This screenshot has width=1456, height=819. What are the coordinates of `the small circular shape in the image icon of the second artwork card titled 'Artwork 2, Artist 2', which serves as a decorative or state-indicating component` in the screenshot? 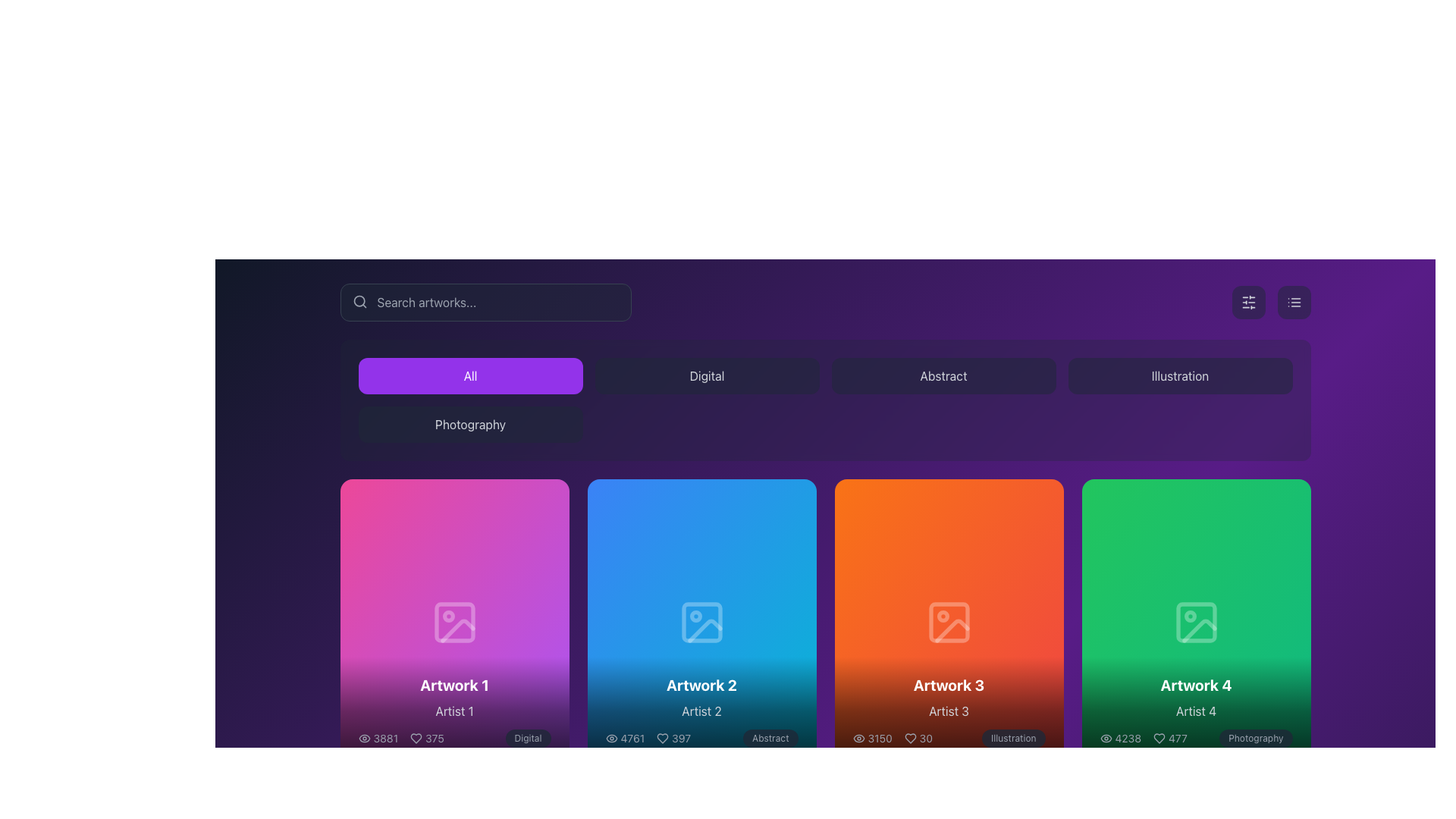 It's located at (695, 616).